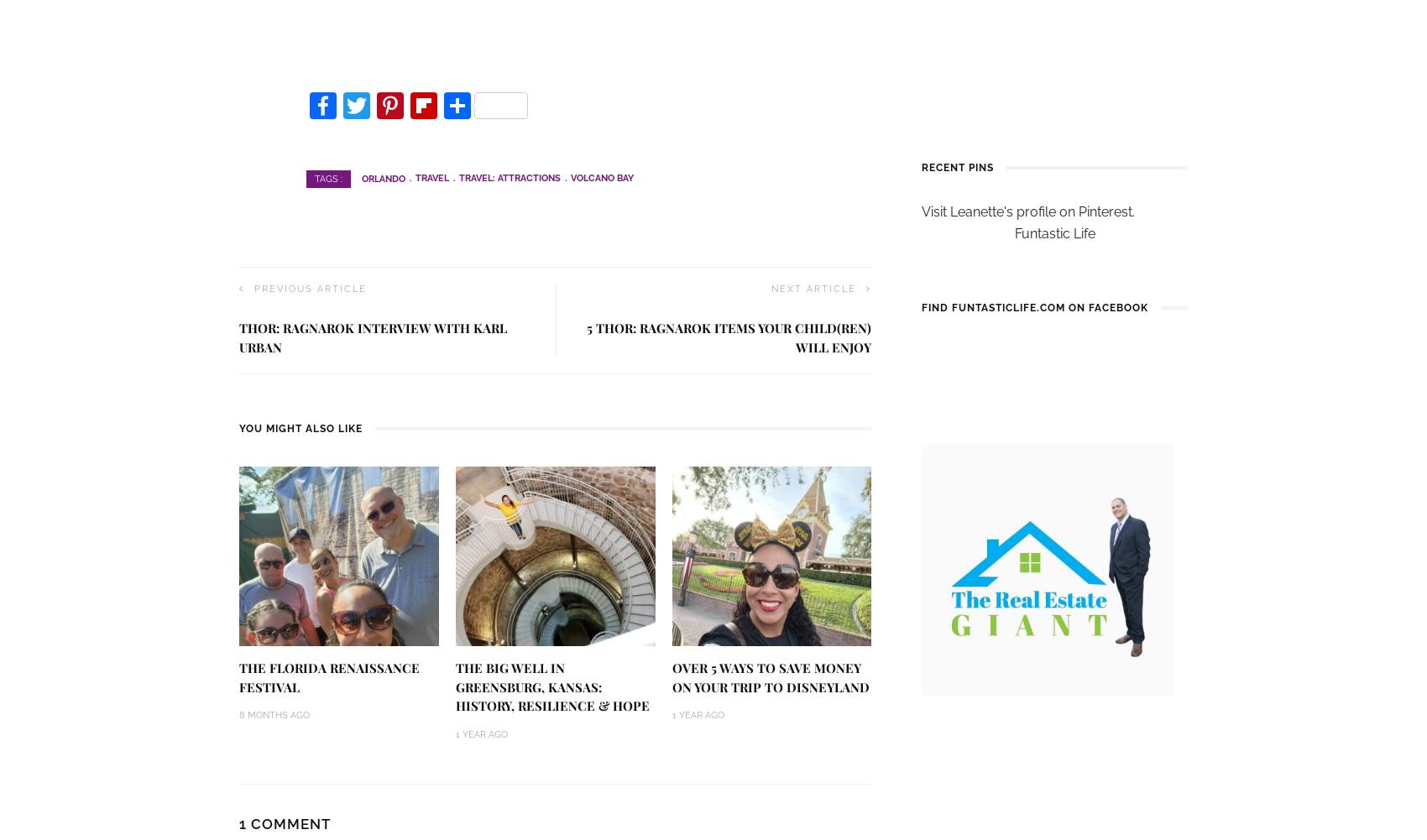 This screenshot has height=840, width=1427. What do you see at coordinates (284, 822) in the screenshot?
I see `'1 Comment'` at bounding box center [284, 822].